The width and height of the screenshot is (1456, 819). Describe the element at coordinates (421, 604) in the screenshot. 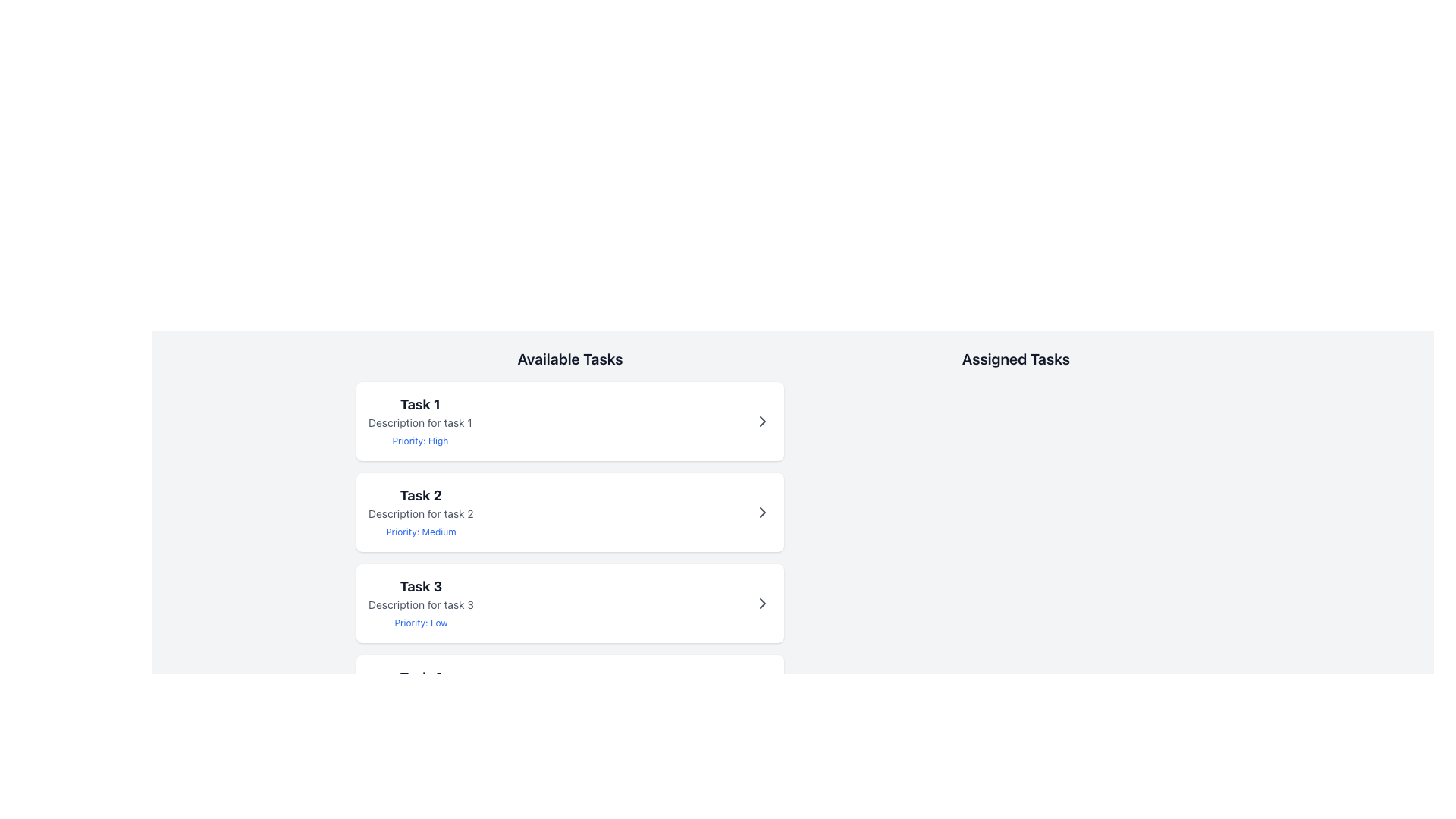

I see `the text label stating 'Description for task 3', which is located in the 'Available Tasks' section, below the heading 'Task 3' and above the text 'Priority: Low'` at that location.